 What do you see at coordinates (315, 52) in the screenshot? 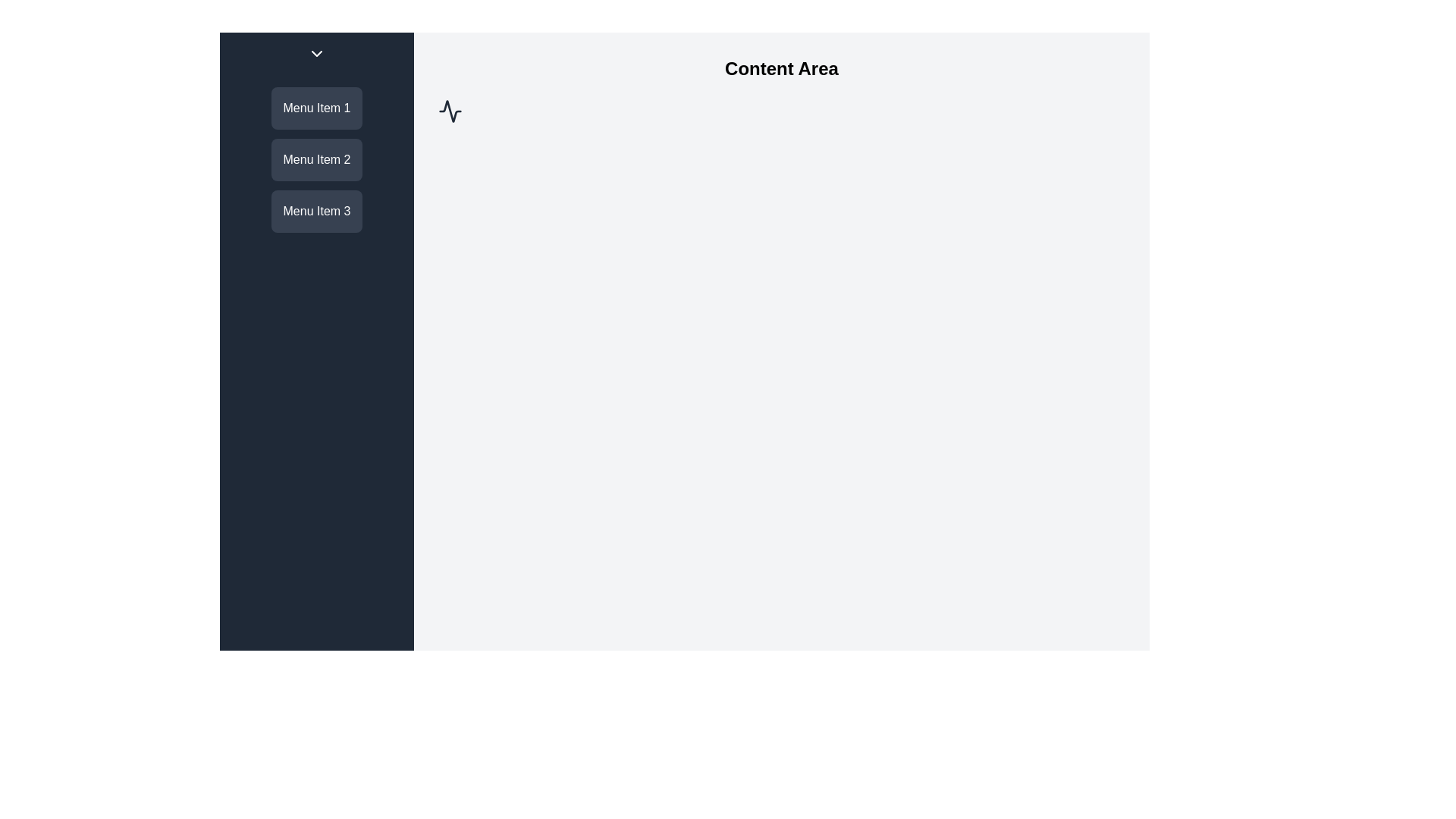
I see `the circular button with a dark background and a downward-pointing chevron icon located at the top of the sidebar menu` at bounding box center [315, 52].